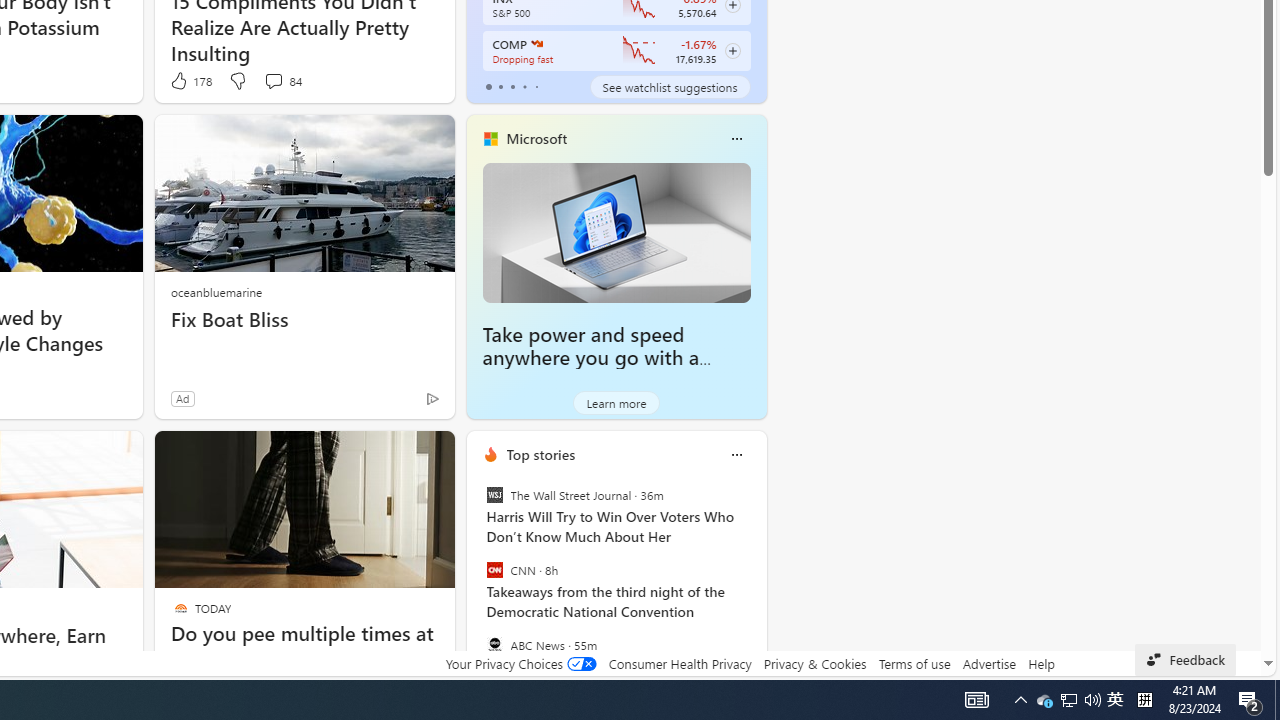 This screenshot has height=720, width=1280. Describe the element at coordinates (540, 454) in the screenshot. I see `'Top stories'` at that location.